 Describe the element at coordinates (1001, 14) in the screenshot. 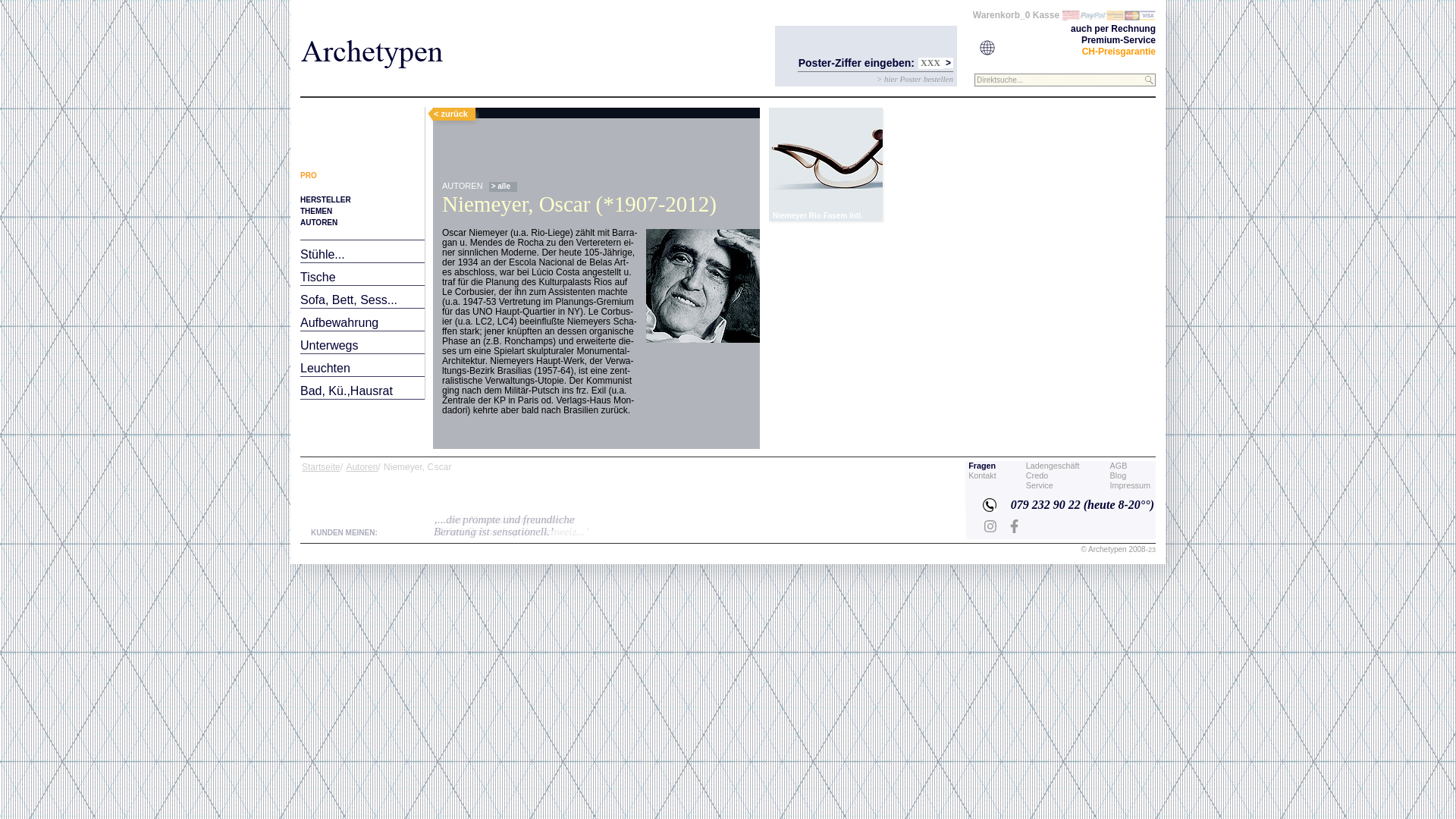

I see `'Warenkorb_0'` at that location.